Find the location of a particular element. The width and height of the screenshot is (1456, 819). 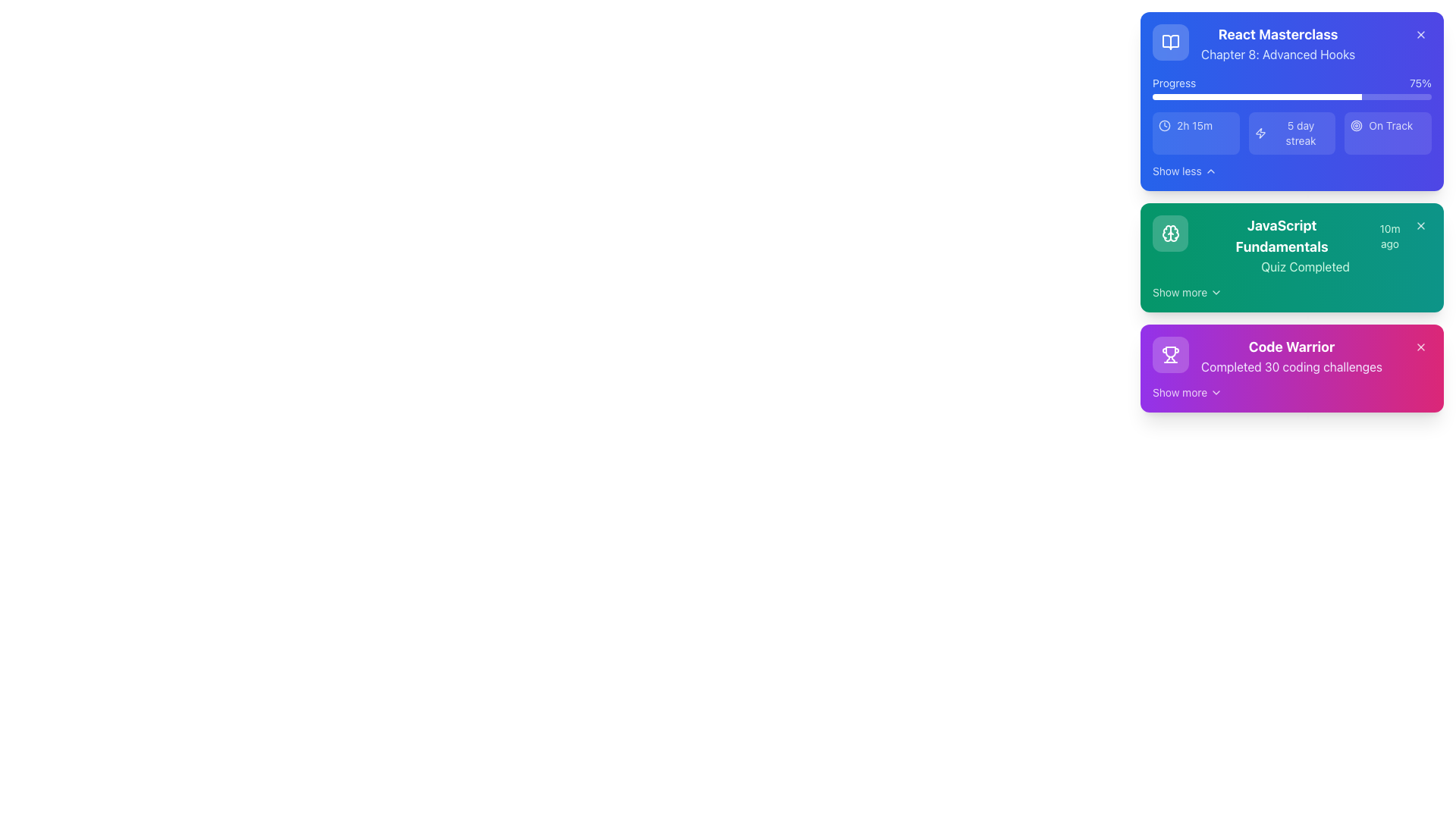

text content of the small text label displaying the time duration '2h 15m', which is located to the right of a clock icon within a blue card labeled 'React Masterclass' is located at coordinates (1194, 124).